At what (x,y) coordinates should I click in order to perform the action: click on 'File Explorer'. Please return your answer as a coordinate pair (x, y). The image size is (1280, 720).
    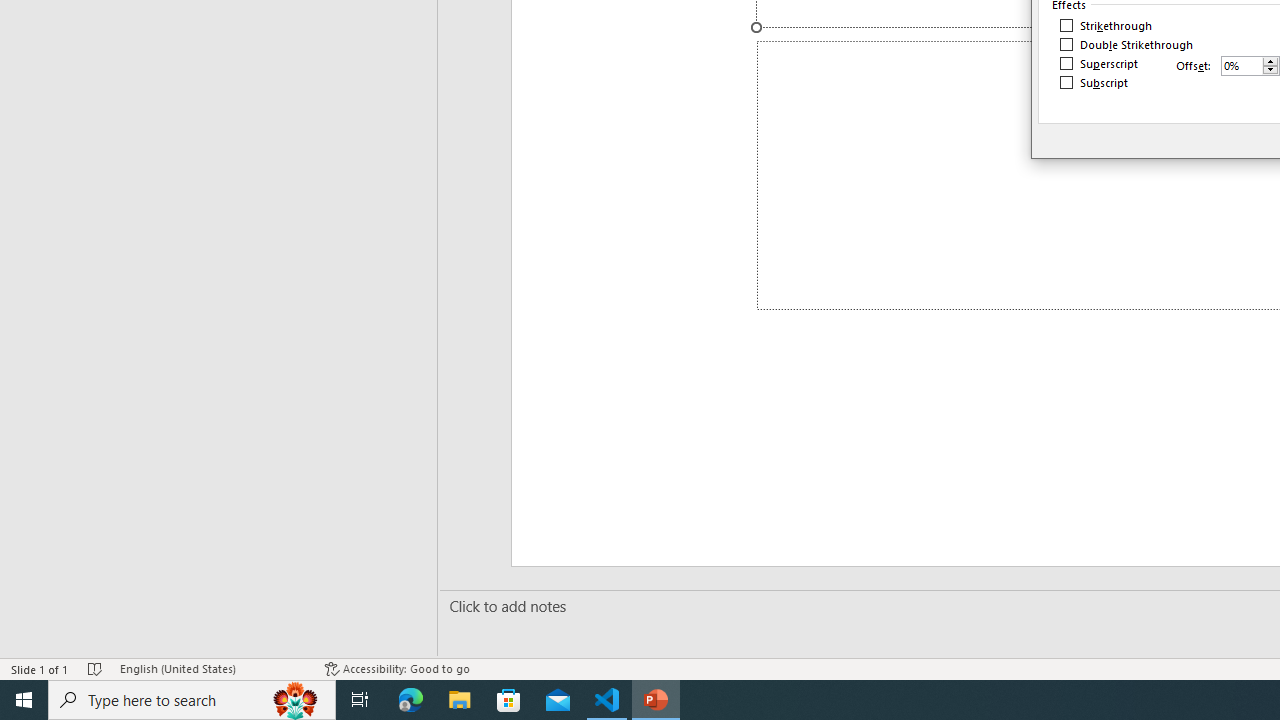
    Looking at the image, I should click on (459, 698).